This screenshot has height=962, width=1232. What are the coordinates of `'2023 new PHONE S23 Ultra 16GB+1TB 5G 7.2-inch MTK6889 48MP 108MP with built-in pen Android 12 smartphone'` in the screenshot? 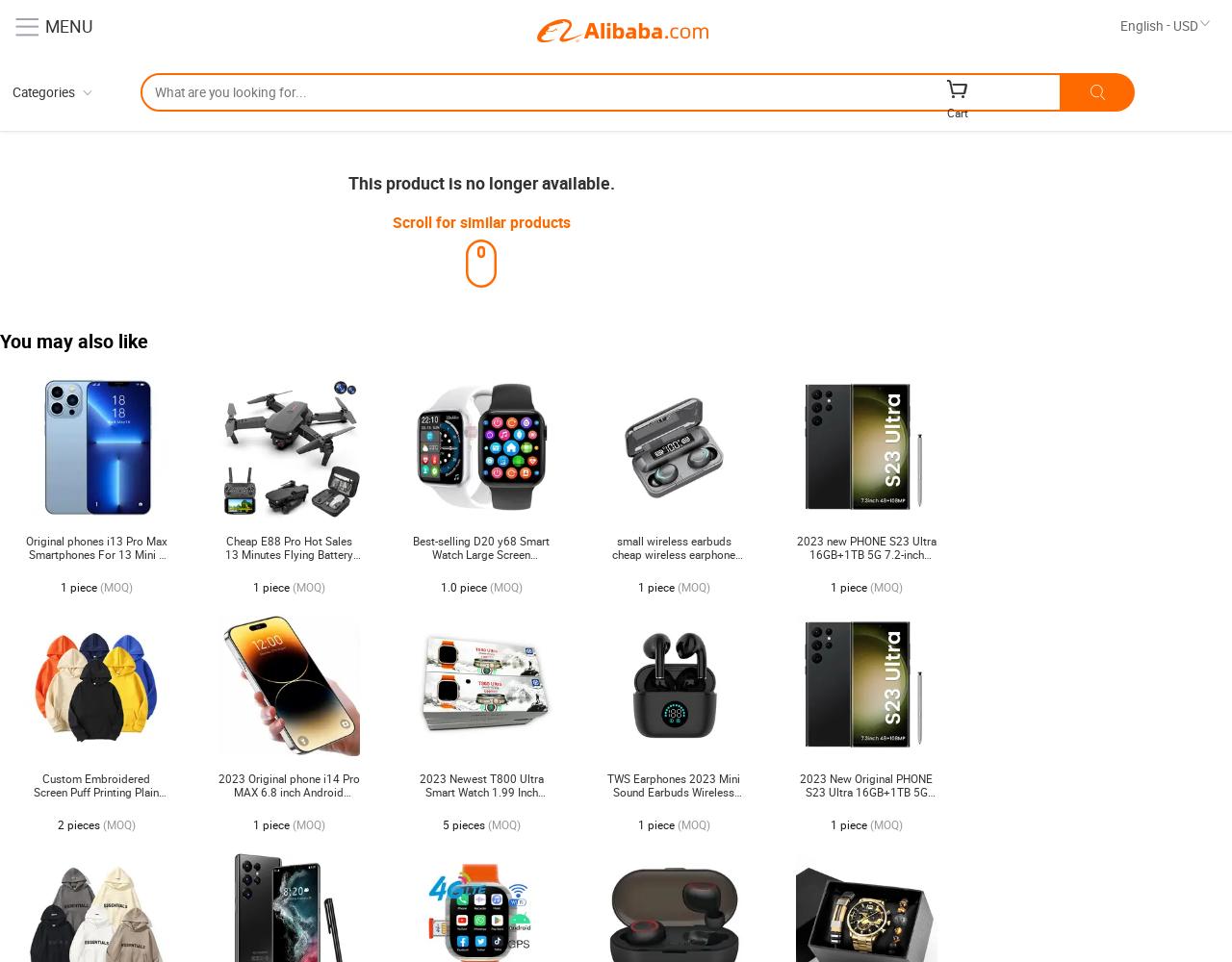 It's located at (864, 567).